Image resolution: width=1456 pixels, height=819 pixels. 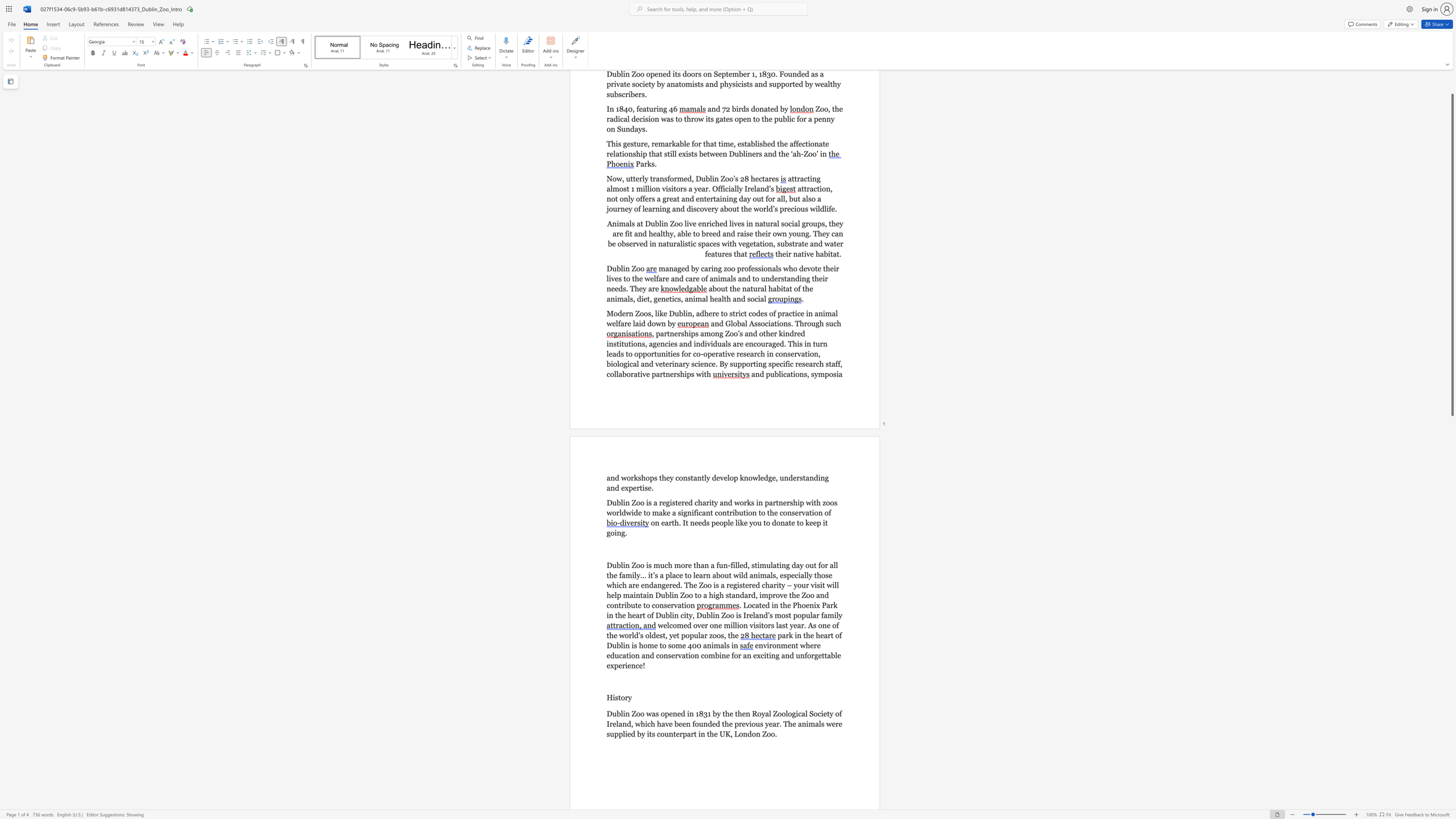 I want to click on the subset text "popular fami" within the text ". Located in the Phoenix Park in the heart of Dublin city, Dublin Zoo is Ireland’s most popular family", so click(x=793, y=615).